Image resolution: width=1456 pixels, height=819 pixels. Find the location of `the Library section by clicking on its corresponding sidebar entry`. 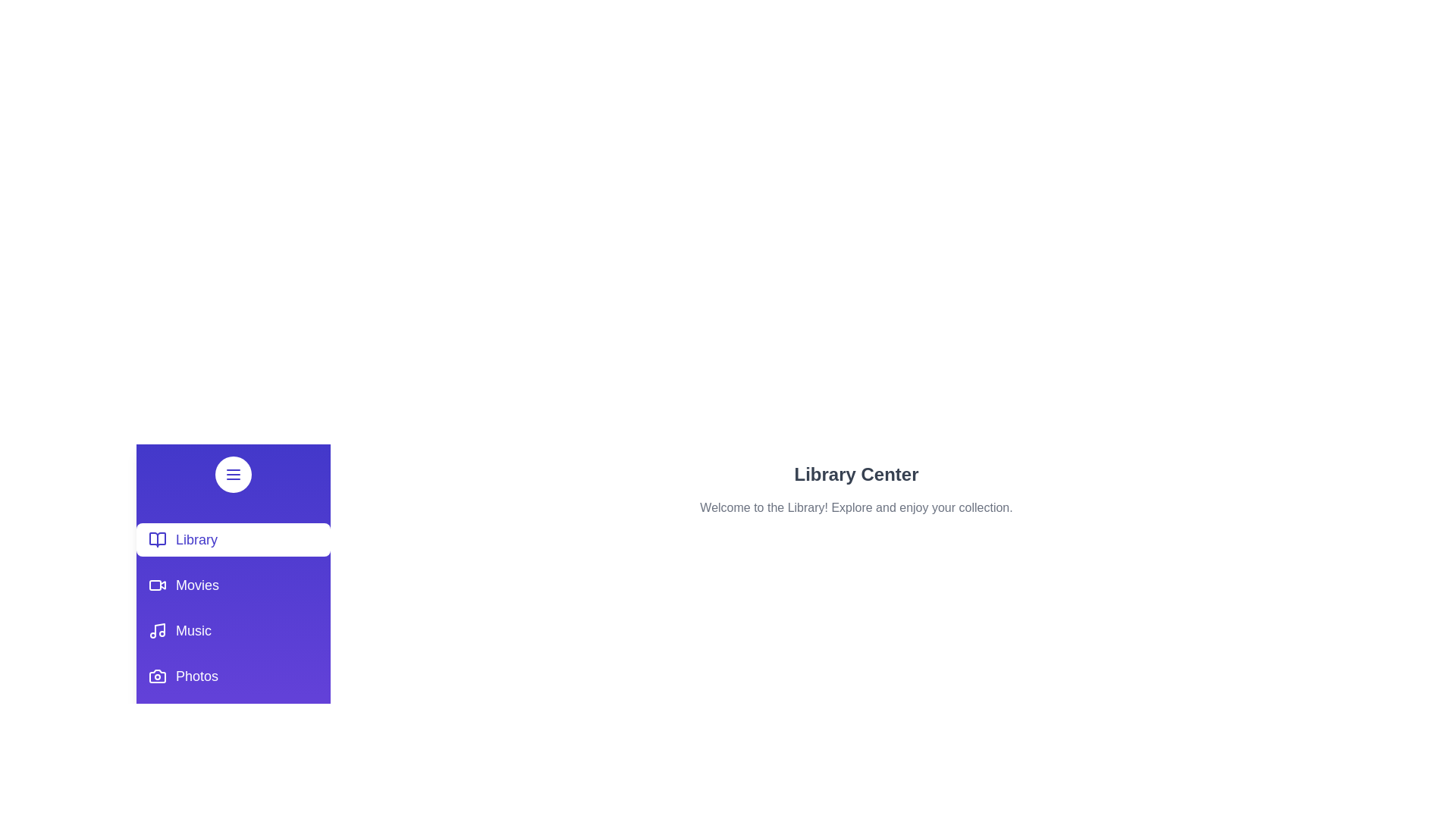

the Library section by clicking on its corresponding sidebar entry is located at coordinates (232, 539).